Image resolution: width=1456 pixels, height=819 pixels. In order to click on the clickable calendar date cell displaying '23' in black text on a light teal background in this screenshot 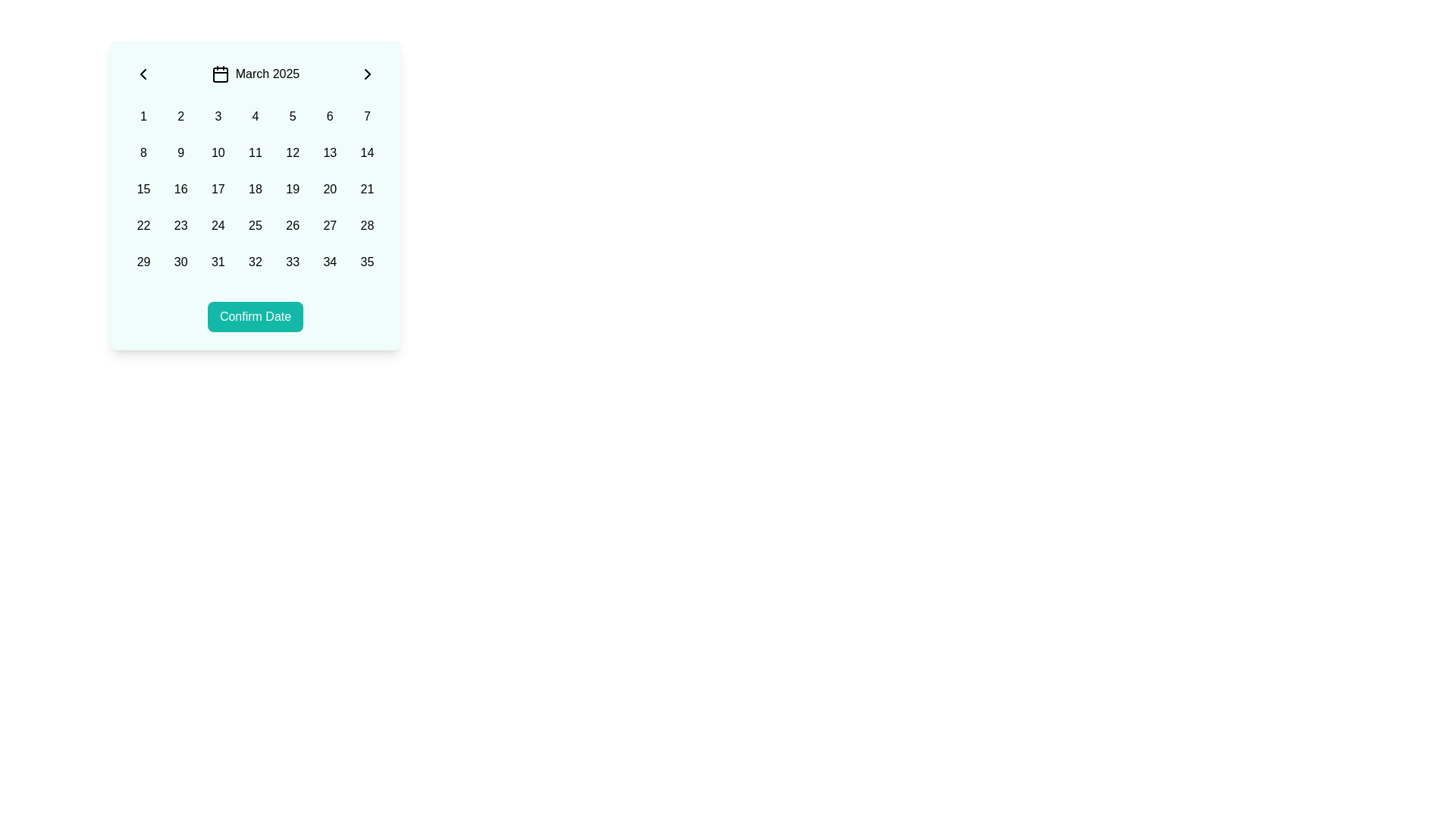, I will do `click(180, 225)`.